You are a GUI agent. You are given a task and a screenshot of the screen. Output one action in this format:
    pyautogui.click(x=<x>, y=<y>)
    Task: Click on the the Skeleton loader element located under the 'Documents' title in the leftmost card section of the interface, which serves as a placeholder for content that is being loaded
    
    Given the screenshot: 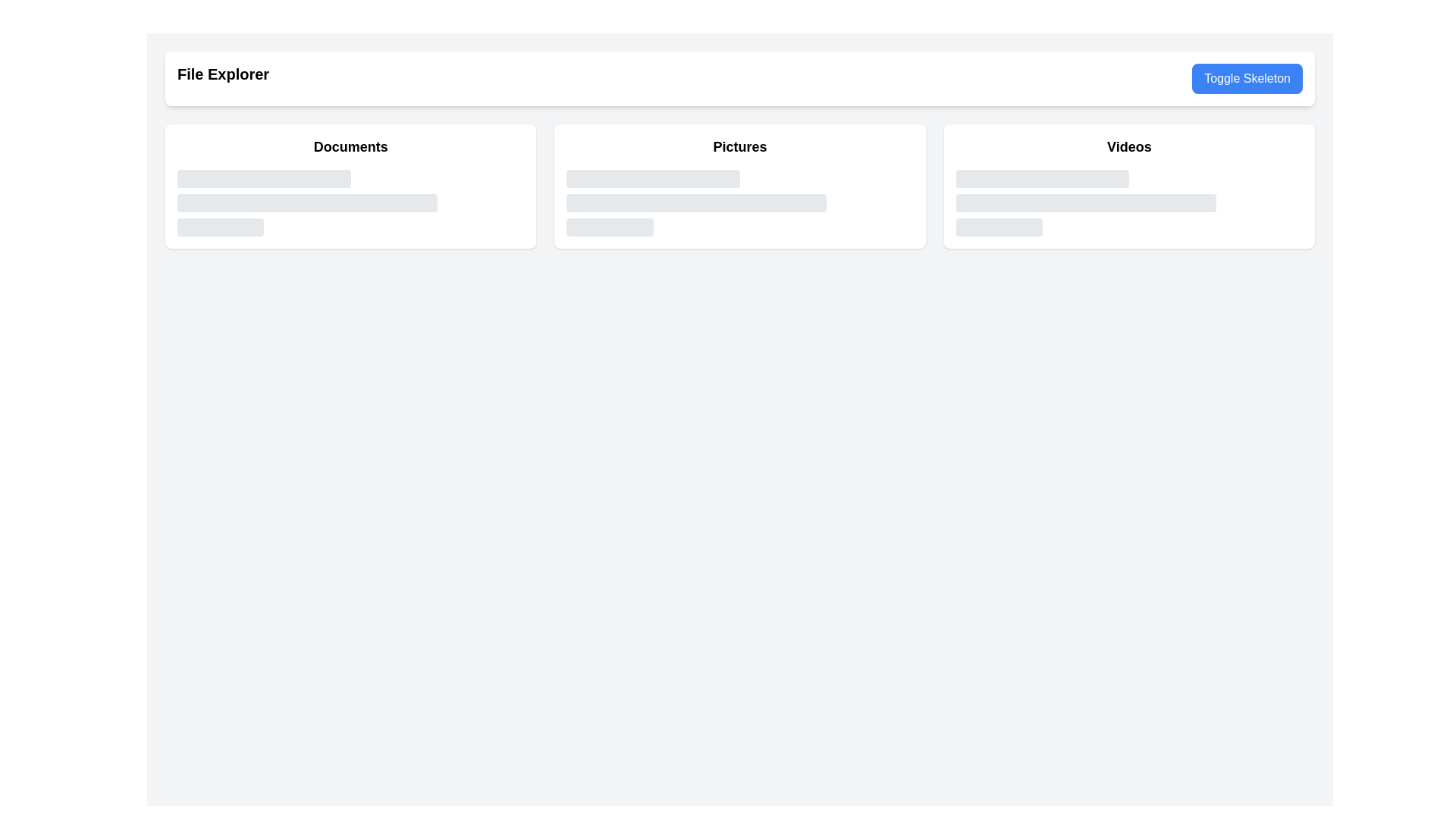 What is the action you would take?
    pyautogui.click(x=350, y=202)
    